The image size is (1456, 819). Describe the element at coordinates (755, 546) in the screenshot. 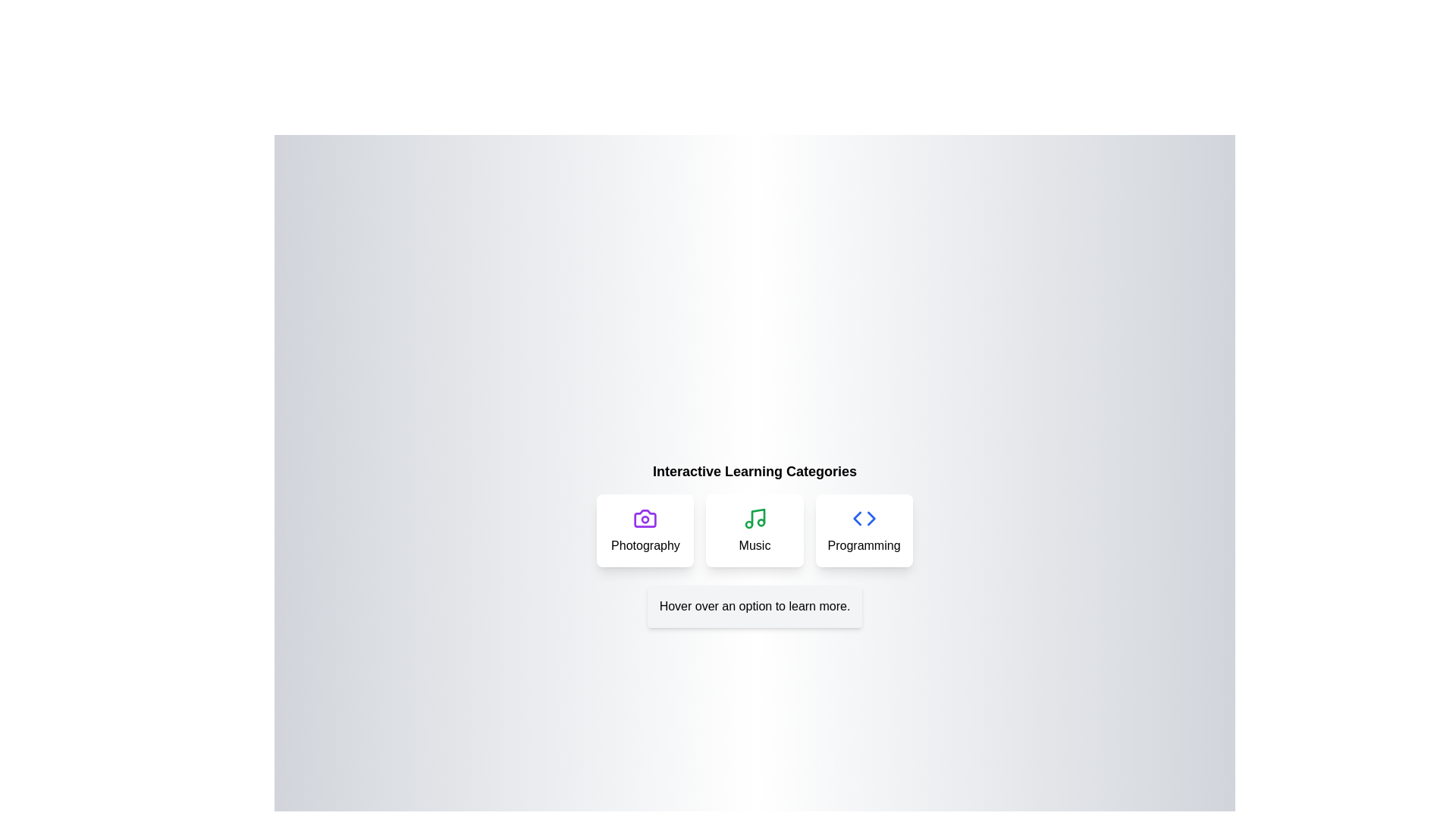

I see `the text label that provides a descriptor for the card located below the musical note icon, positioned as the second card in a row of three` at that location.